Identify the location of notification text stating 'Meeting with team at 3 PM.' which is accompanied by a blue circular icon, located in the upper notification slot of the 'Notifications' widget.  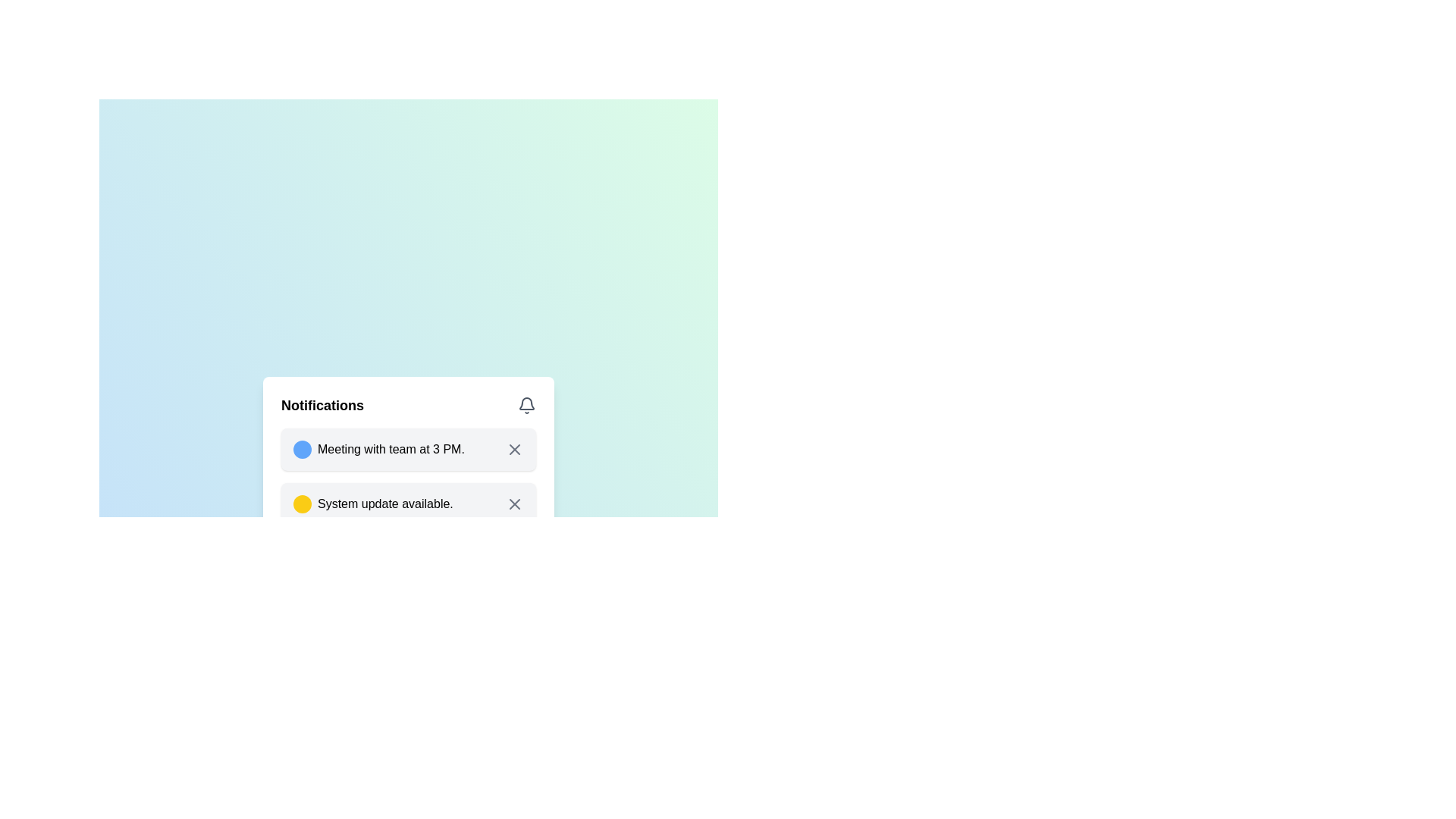
(378, 449).